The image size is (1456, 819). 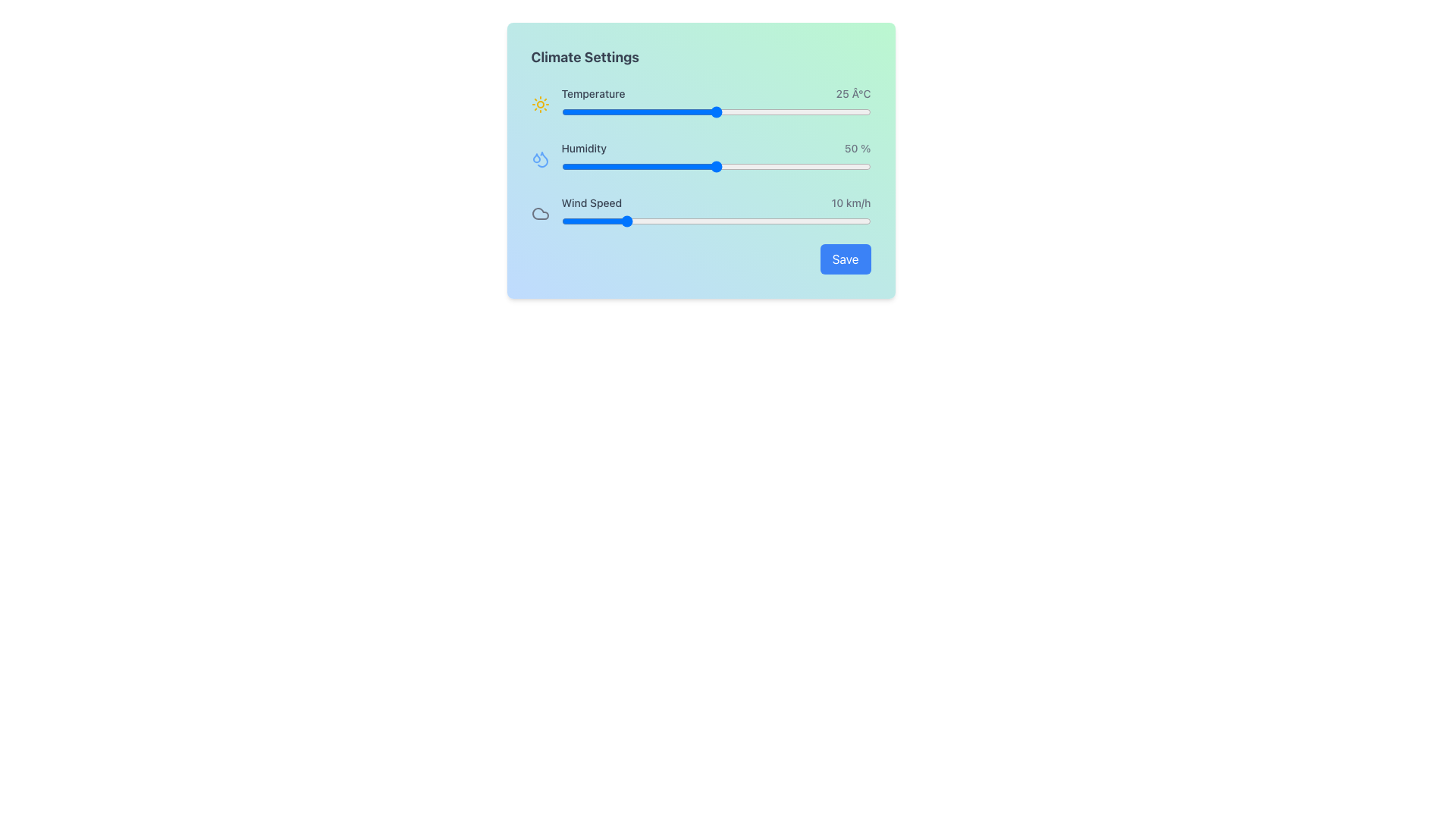 I want to click on wind speed, so click(x=617, y=221).